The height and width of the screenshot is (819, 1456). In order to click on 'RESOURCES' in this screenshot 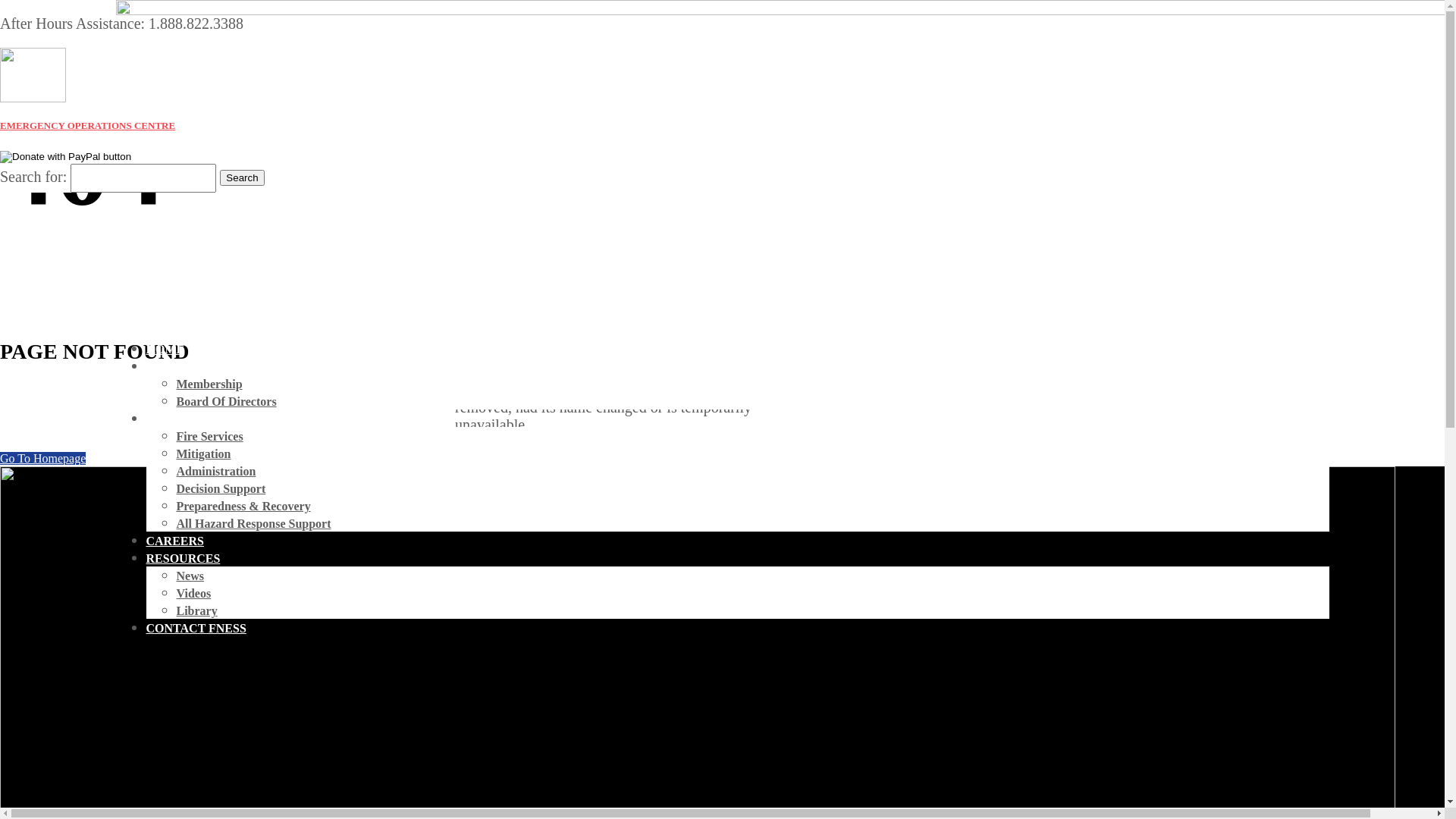, I will do `click(182, 558)`.